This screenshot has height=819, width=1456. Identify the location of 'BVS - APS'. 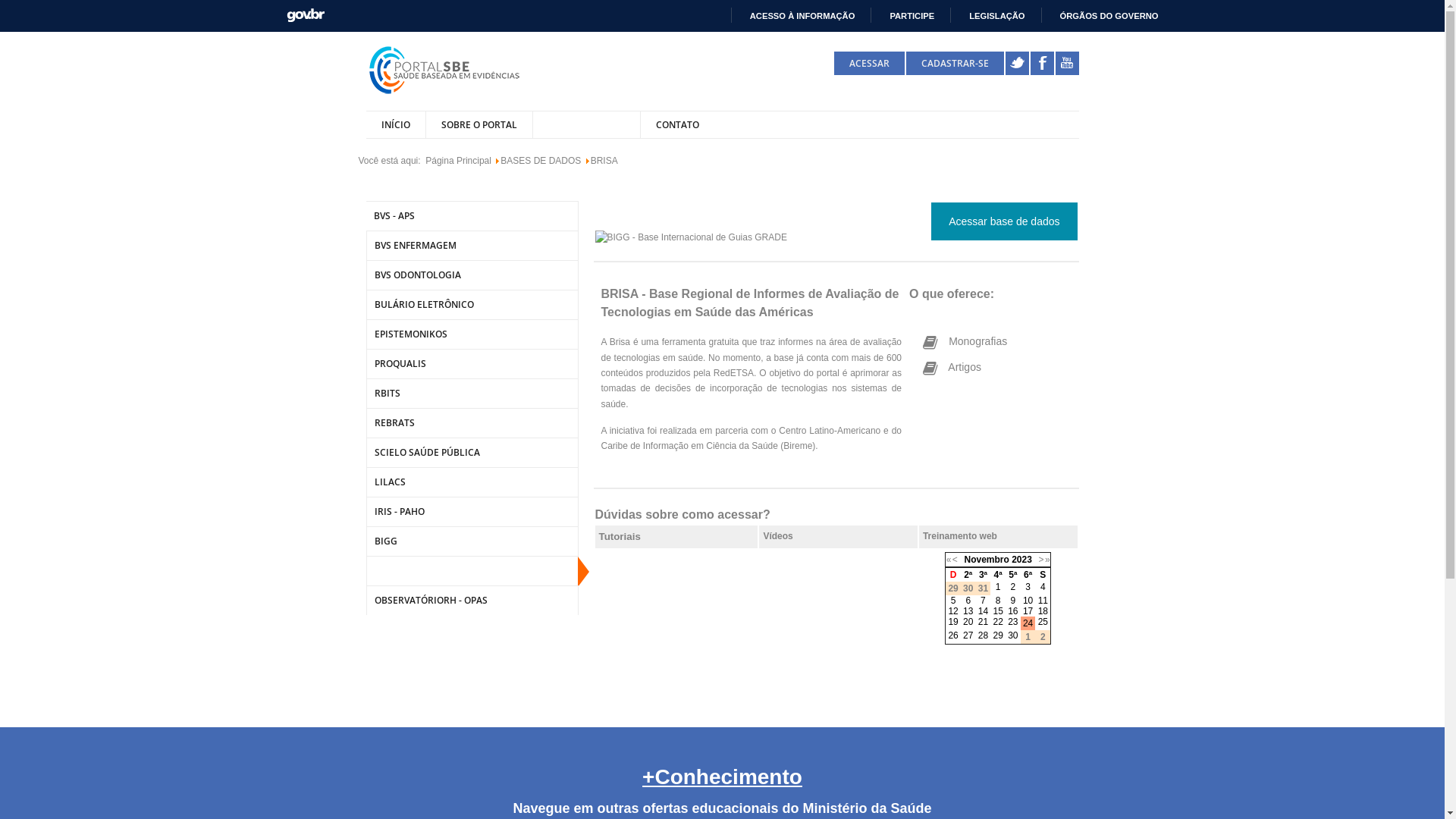
(471, 215).